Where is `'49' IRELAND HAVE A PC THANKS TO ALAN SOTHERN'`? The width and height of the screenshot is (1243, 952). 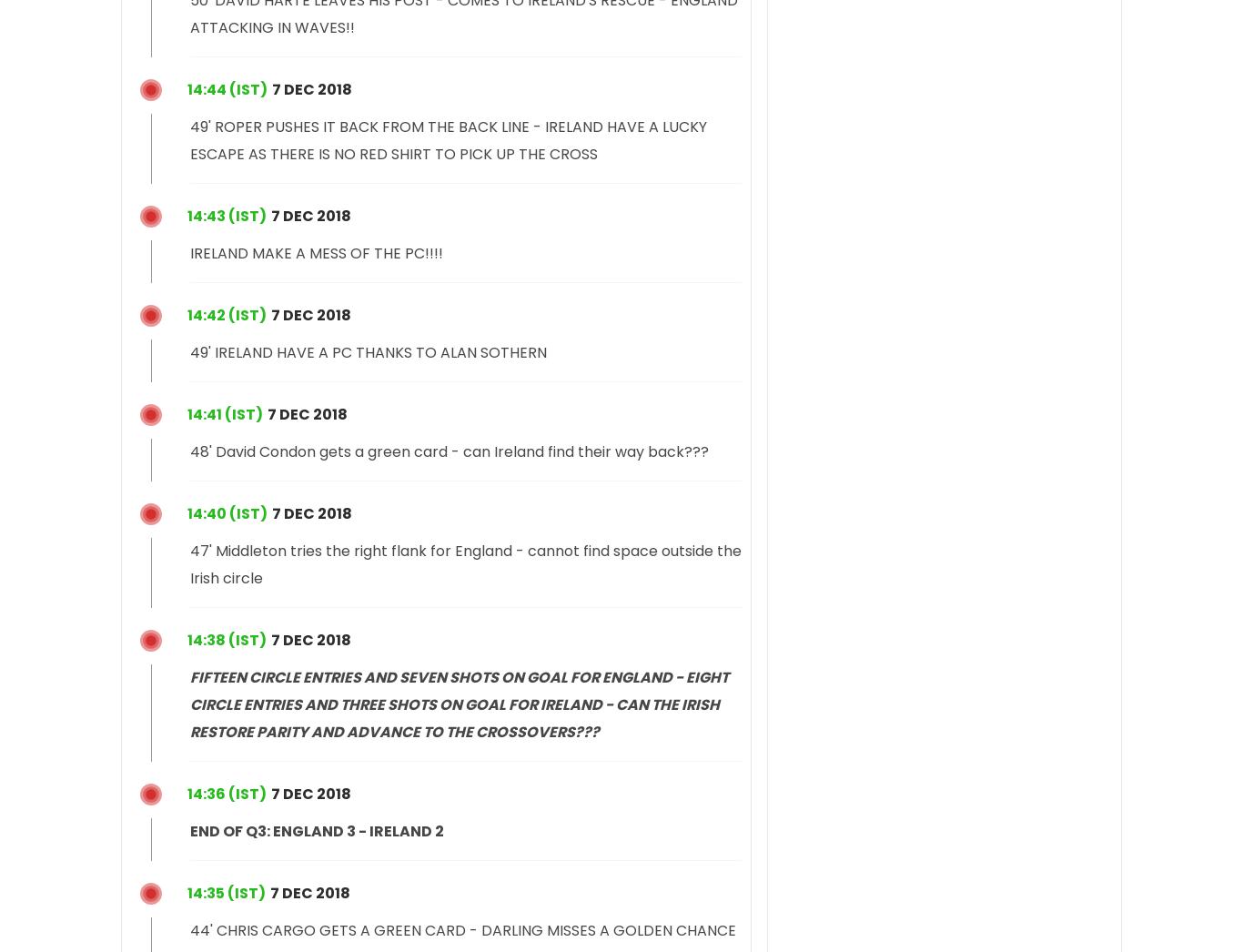 '49' IRELAND HAVE A PC THANKS TO ALAN SOTHERN' is located at coordinates (368, 351).